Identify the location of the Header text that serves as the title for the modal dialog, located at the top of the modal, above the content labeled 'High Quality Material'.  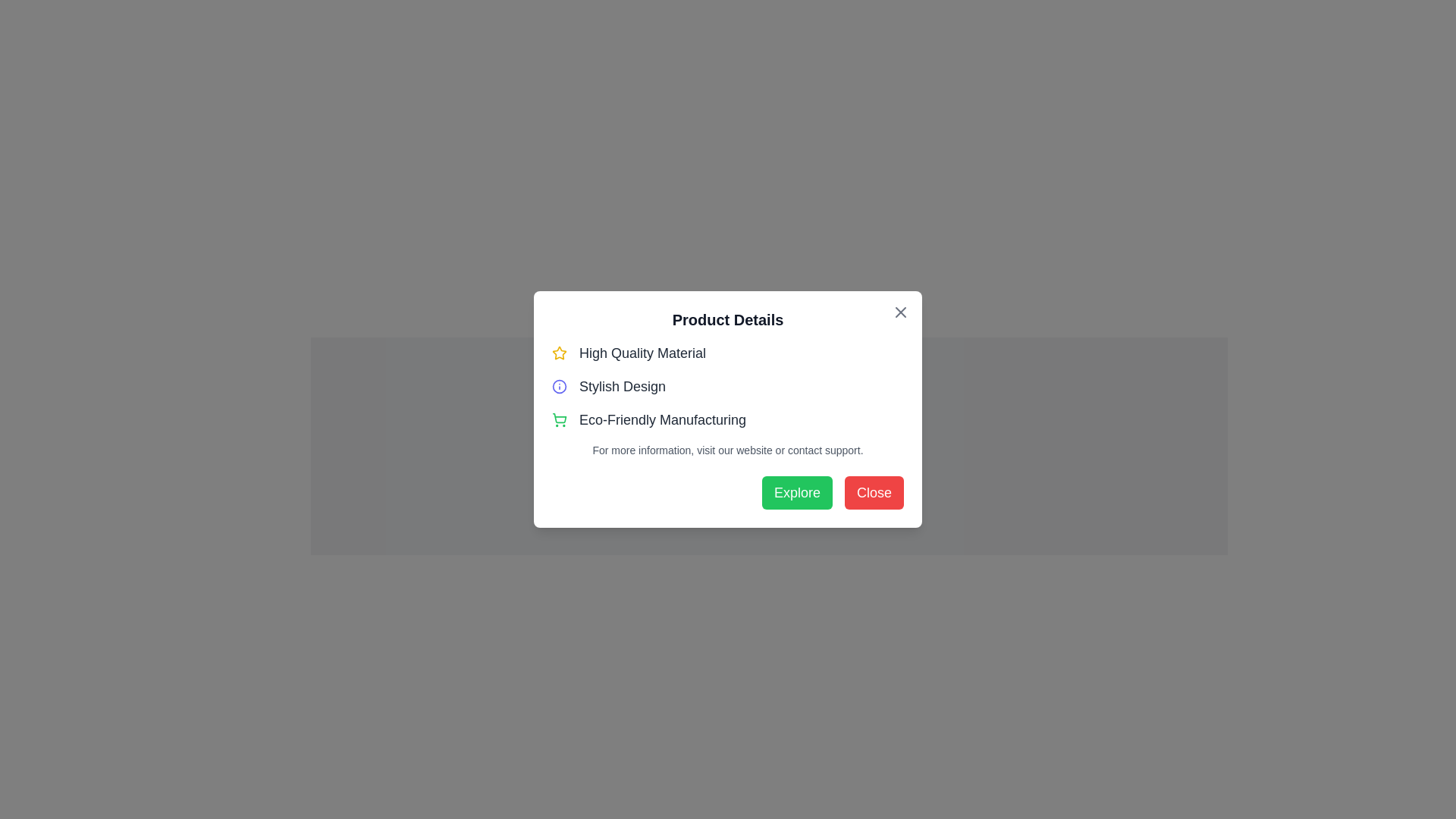
(728, 318).